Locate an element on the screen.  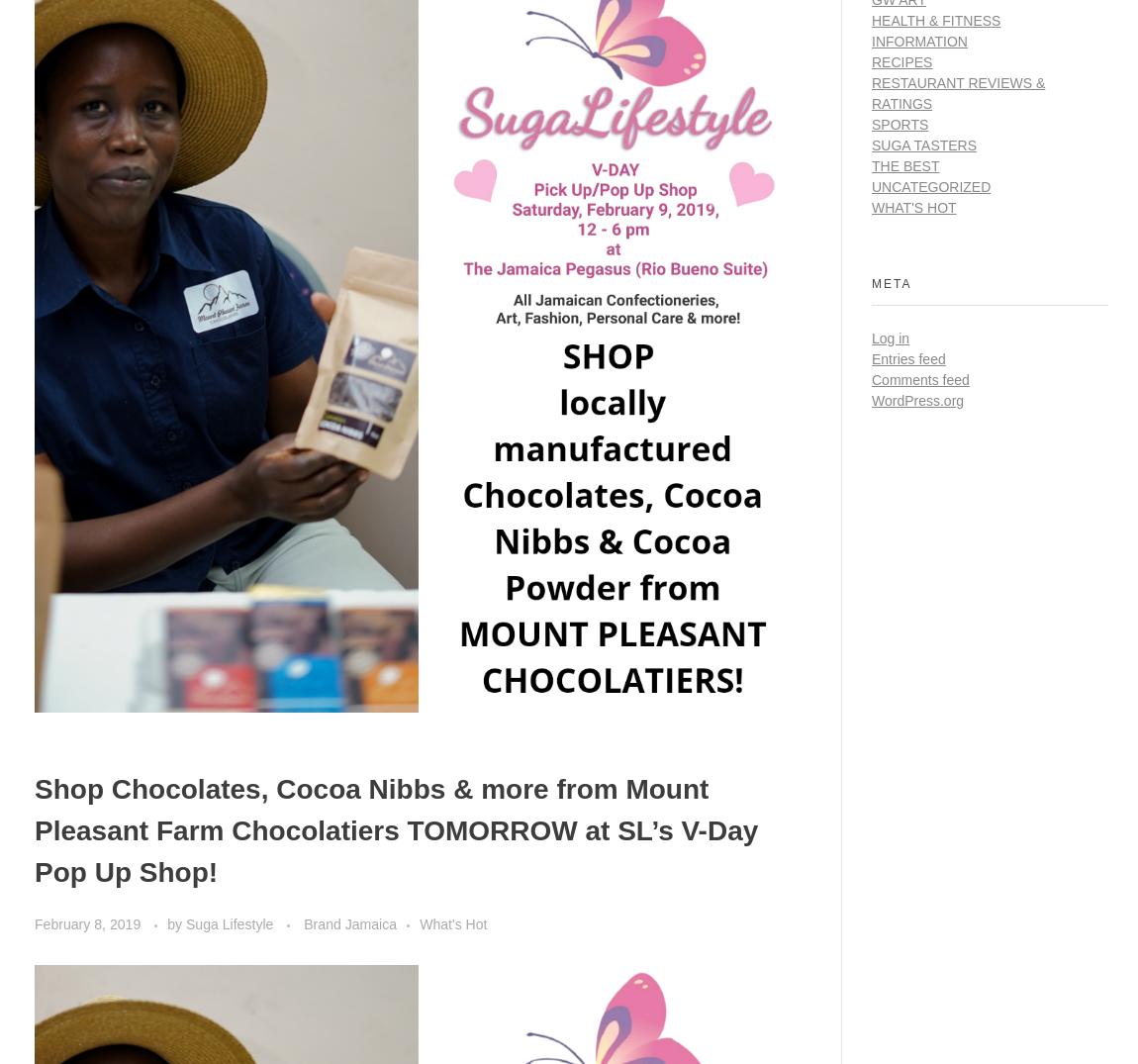
'Log in' is located at coordinates (890, 336).